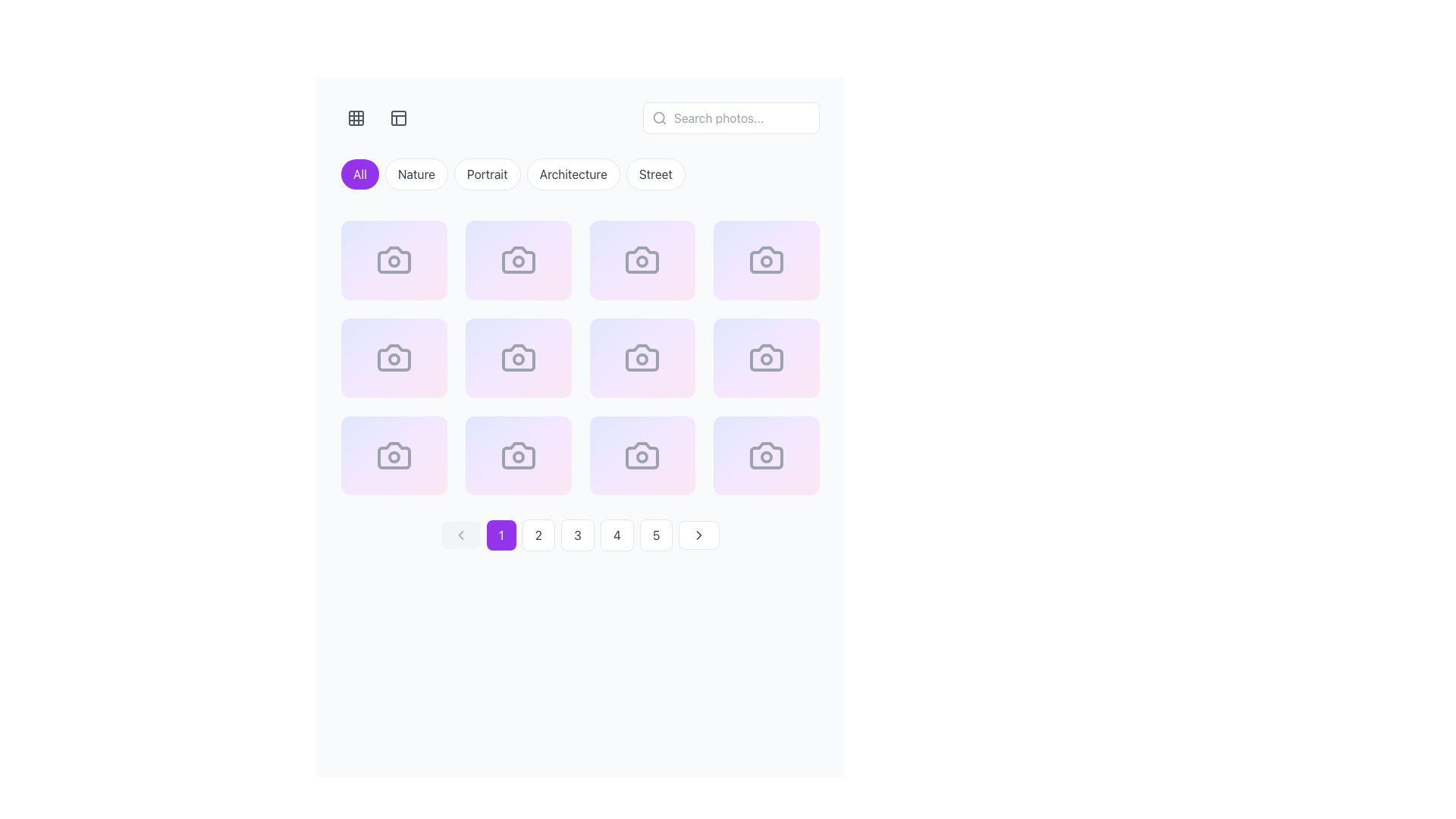  What do you see at coordinates (356, 117) in the screenshot?
I see `the top-left square icon with rounded corners, styled with a dark stroke and no fill, within the SVG grid structure` at bounding box center [356, 117].